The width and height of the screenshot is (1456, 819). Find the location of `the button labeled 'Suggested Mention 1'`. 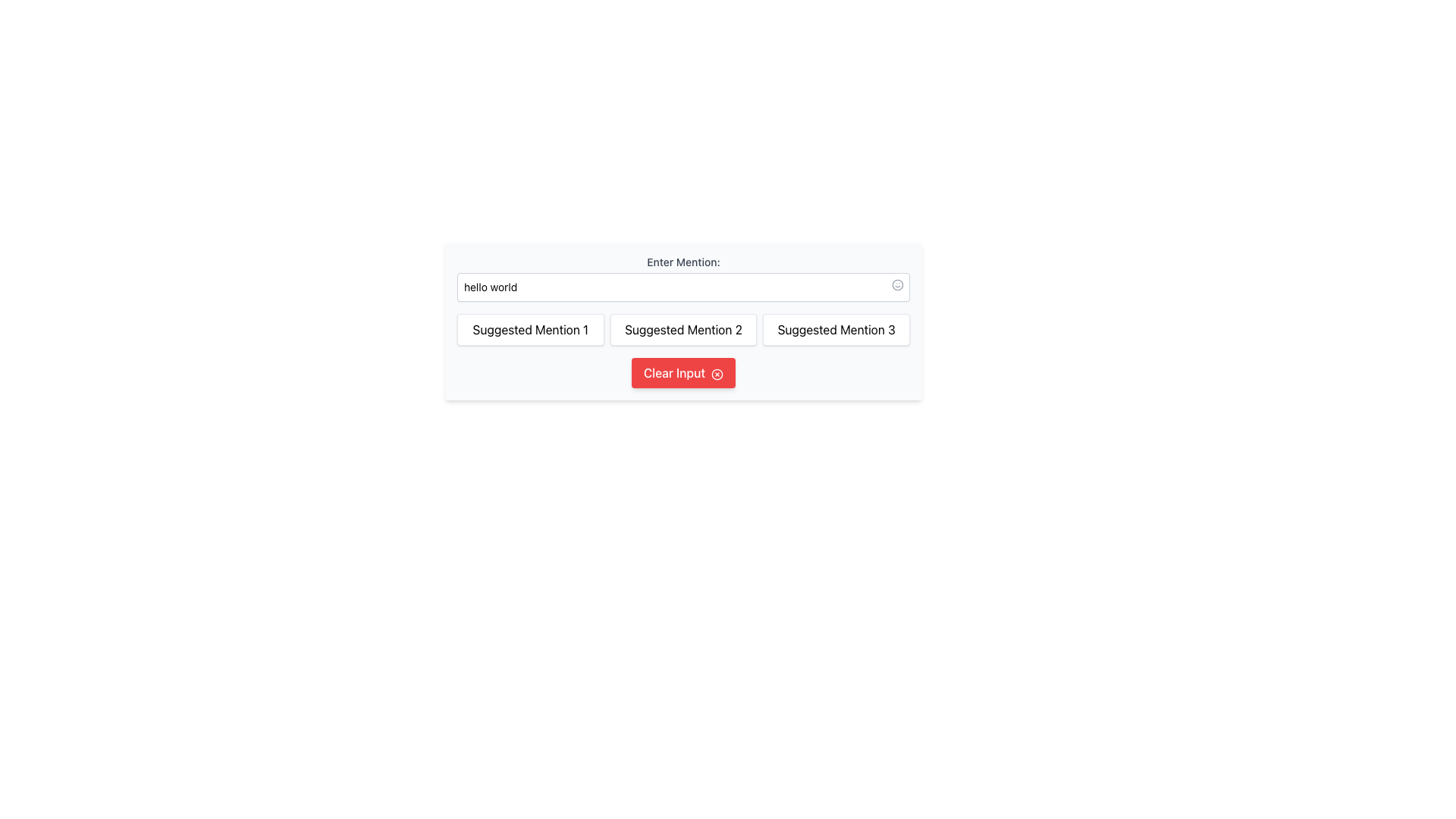

the button labeled 'Suggested Mention 1' is located at coordinates (530, 329).